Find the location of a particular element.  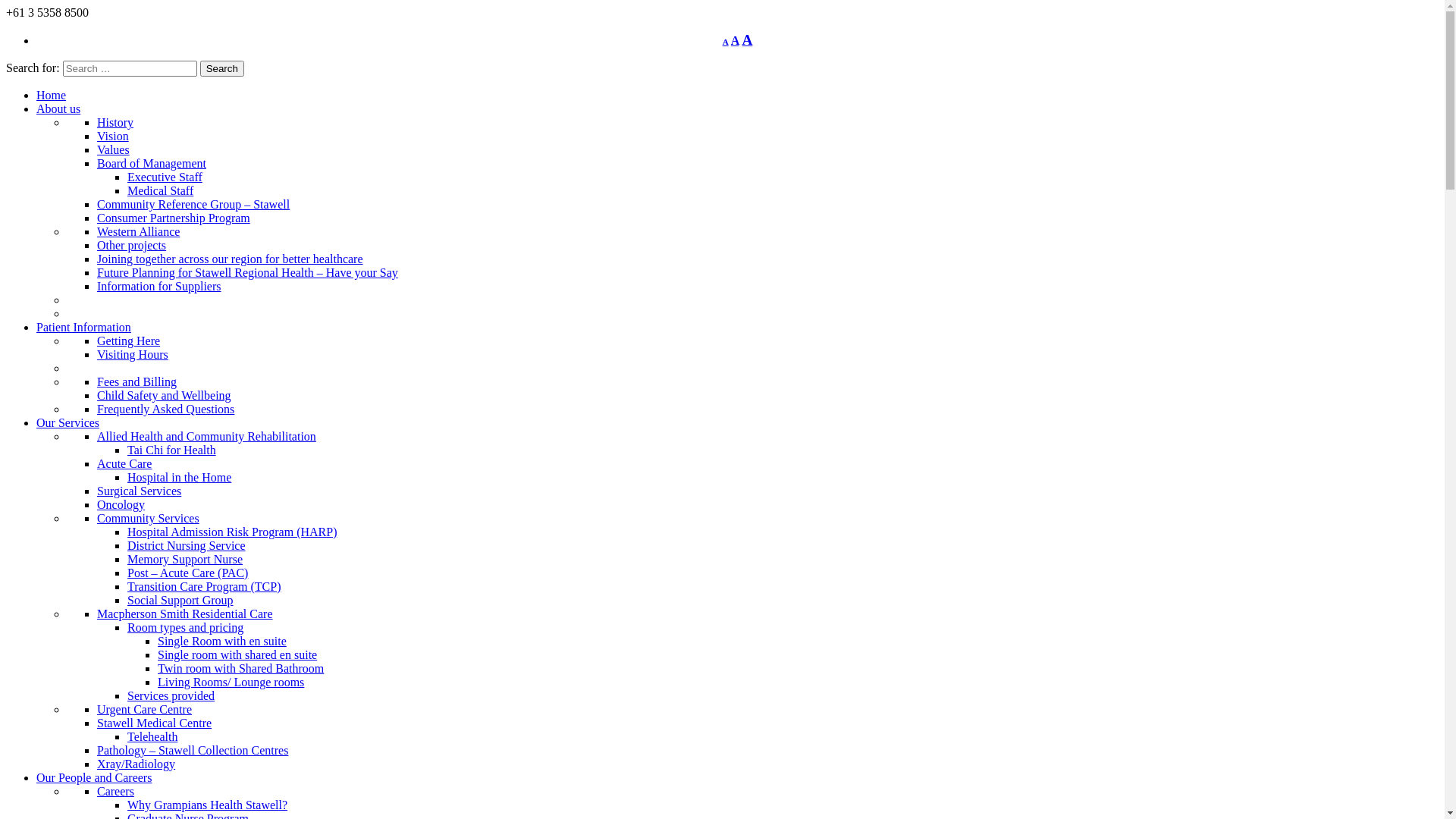

'Xray/Radiology' is located at coordinates (136, 764).